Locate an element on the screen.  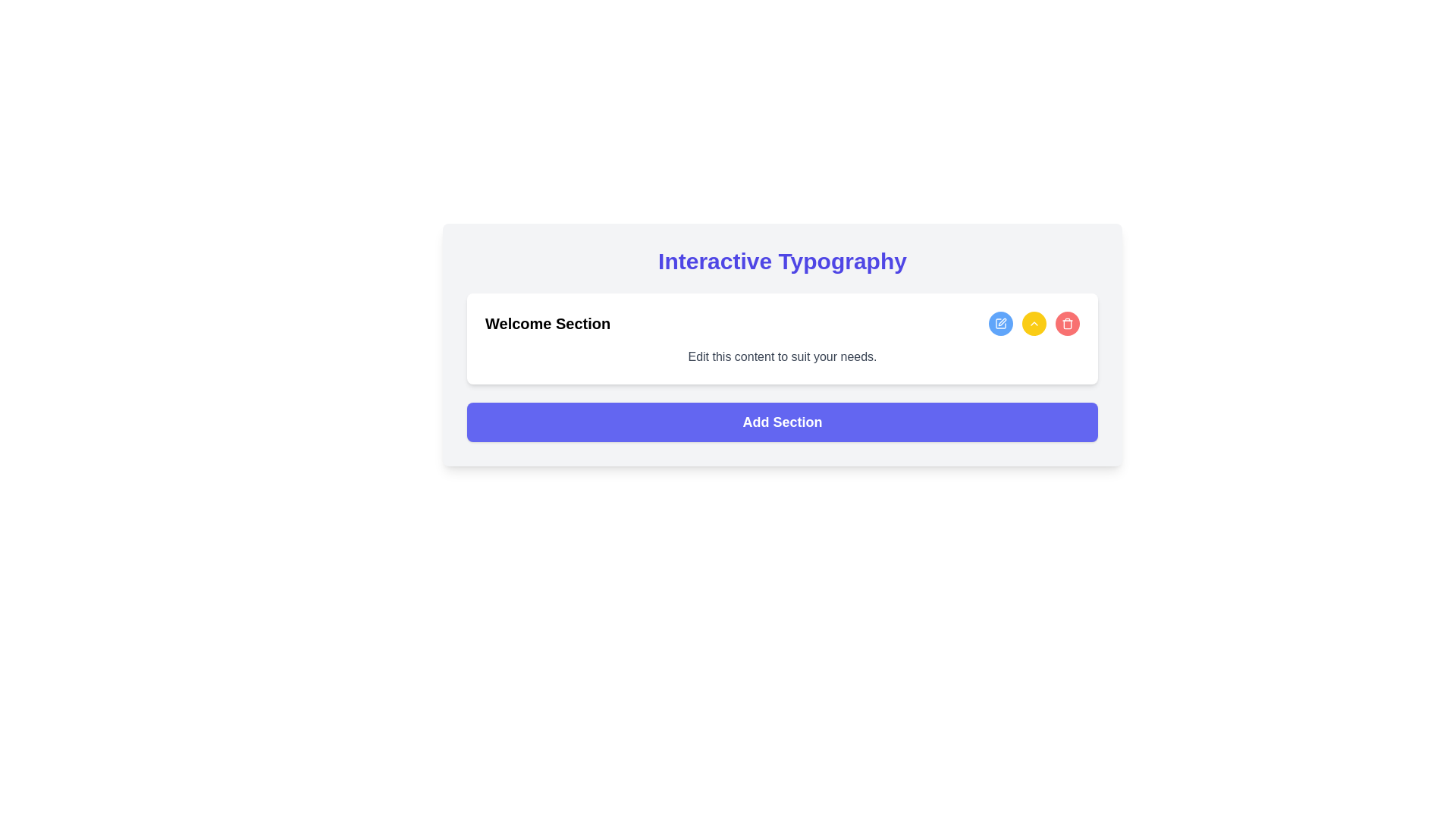
the small up-chevron icon with a yellow circular background located in the toolbar at the top right of the 'Welcome Section' content card is located at coordinates (1033, 323).